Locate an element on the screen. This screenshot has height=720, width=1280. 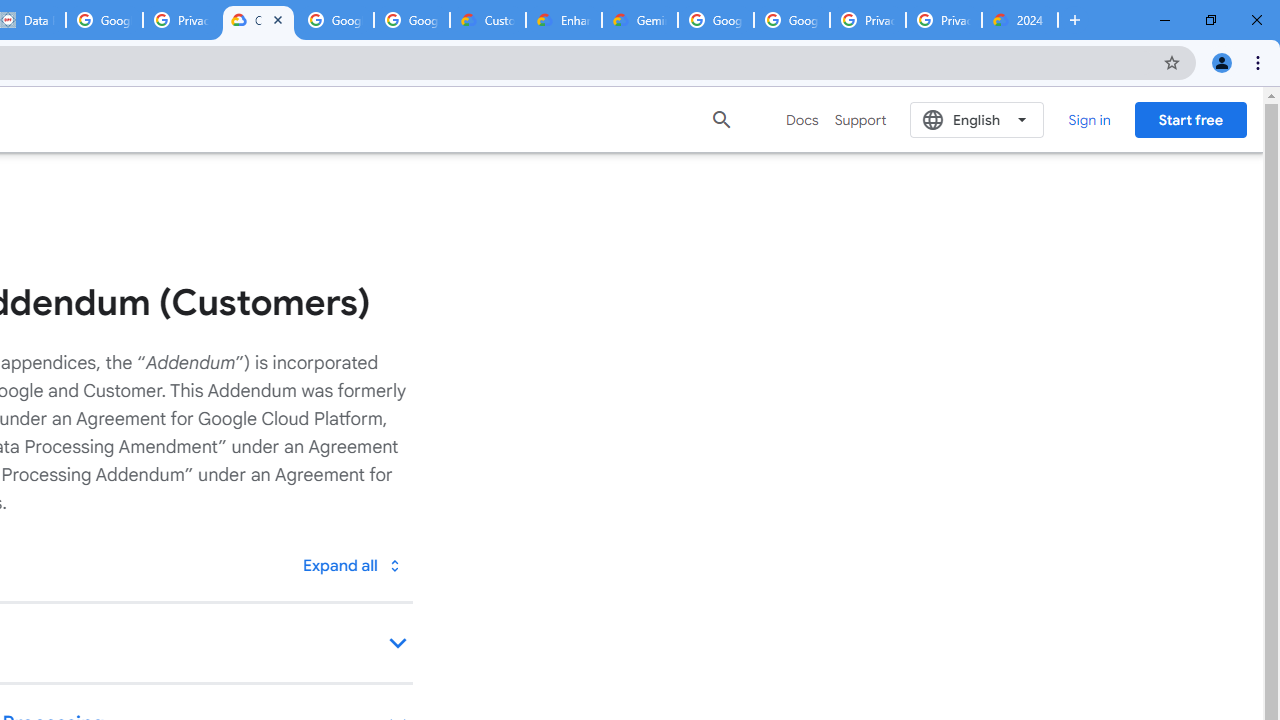
'Toggle all' is located at coordinates (351, 564).